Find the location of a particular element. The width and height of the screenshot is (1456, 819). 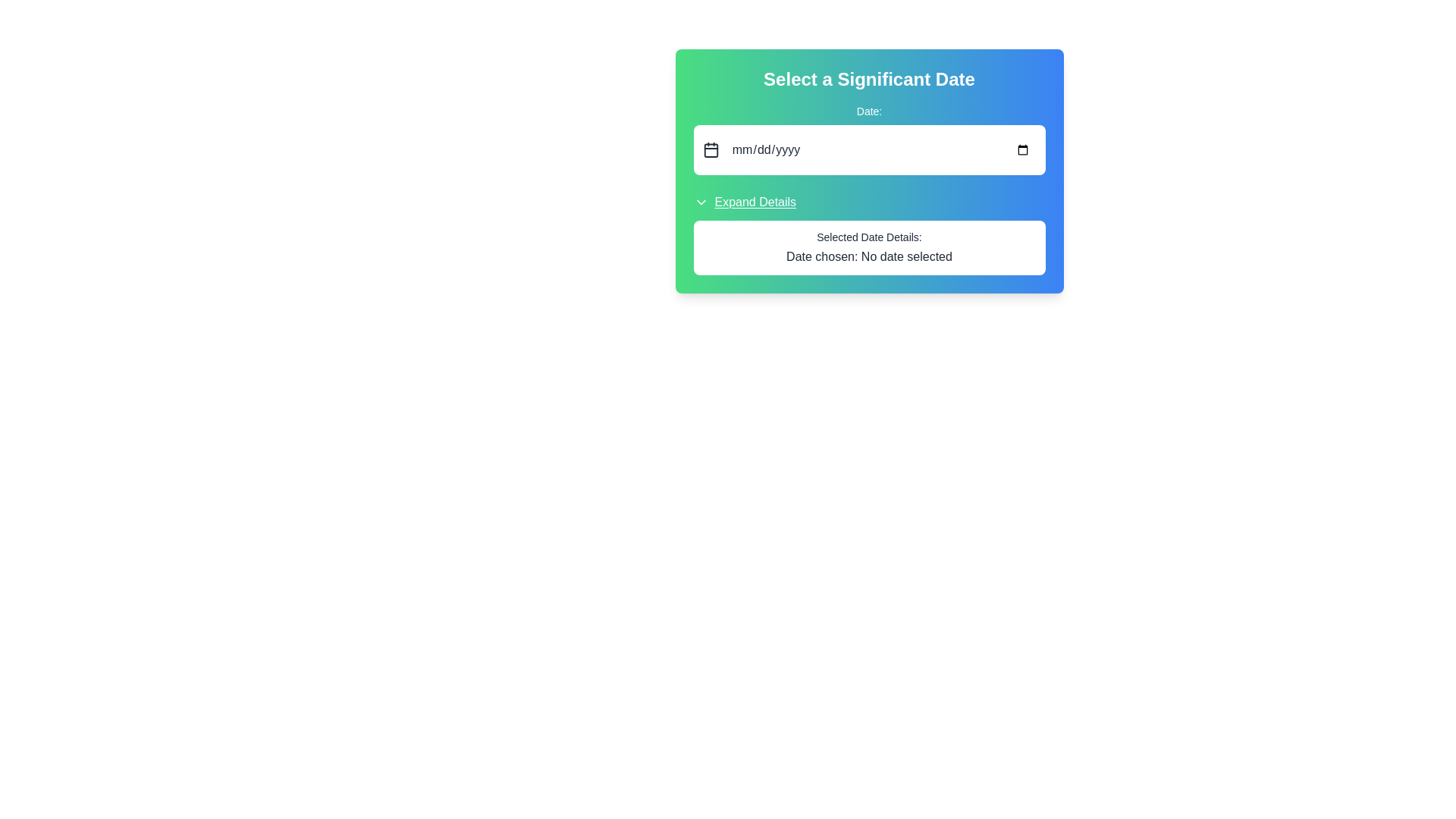

text from the informational text box that displays 'Selected Date Details:' and 'Date chosen: No date selected' is located at coordinates (869, 234).